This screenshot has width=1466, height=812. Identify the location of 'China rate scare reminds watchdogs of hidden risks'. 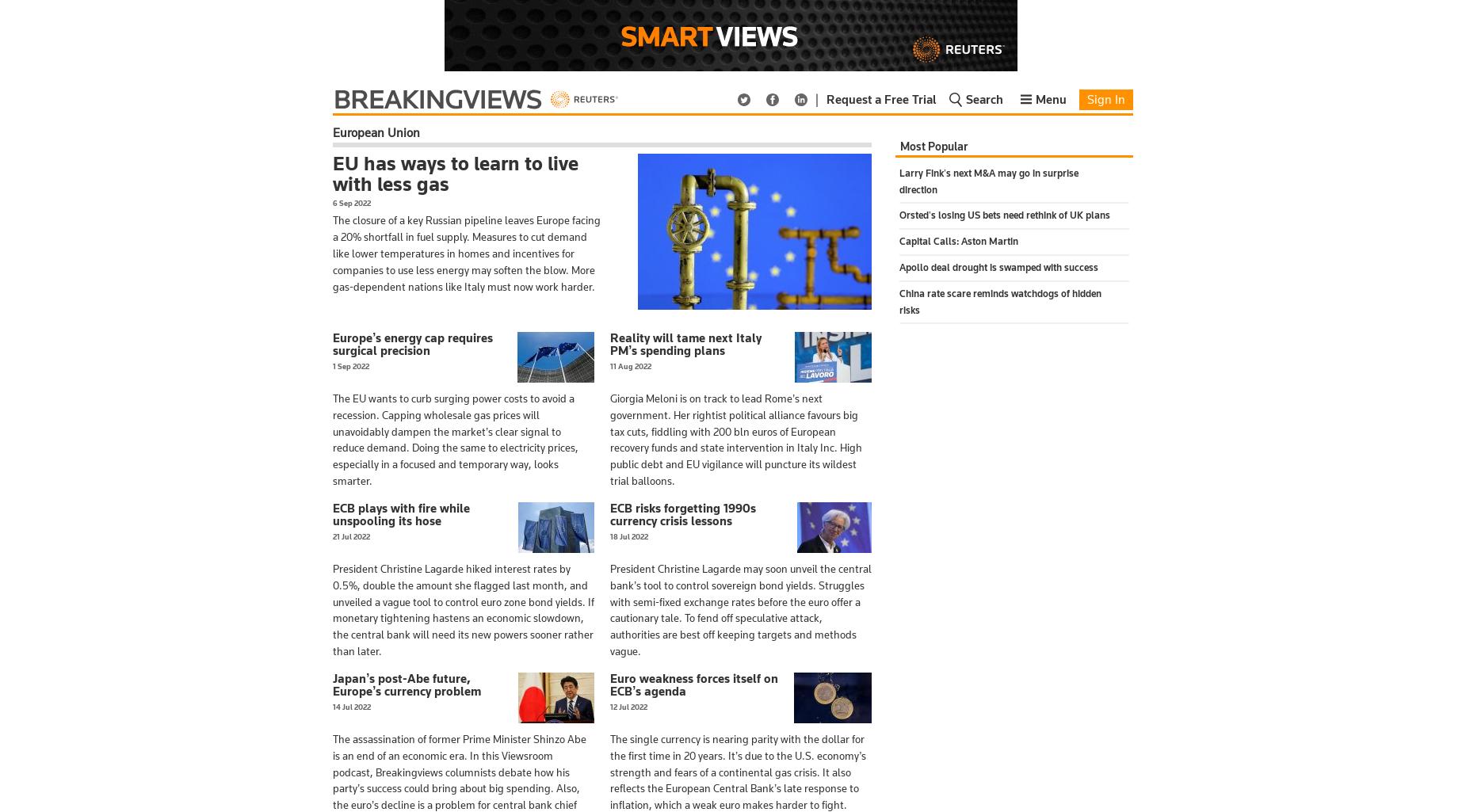
(999, 300).